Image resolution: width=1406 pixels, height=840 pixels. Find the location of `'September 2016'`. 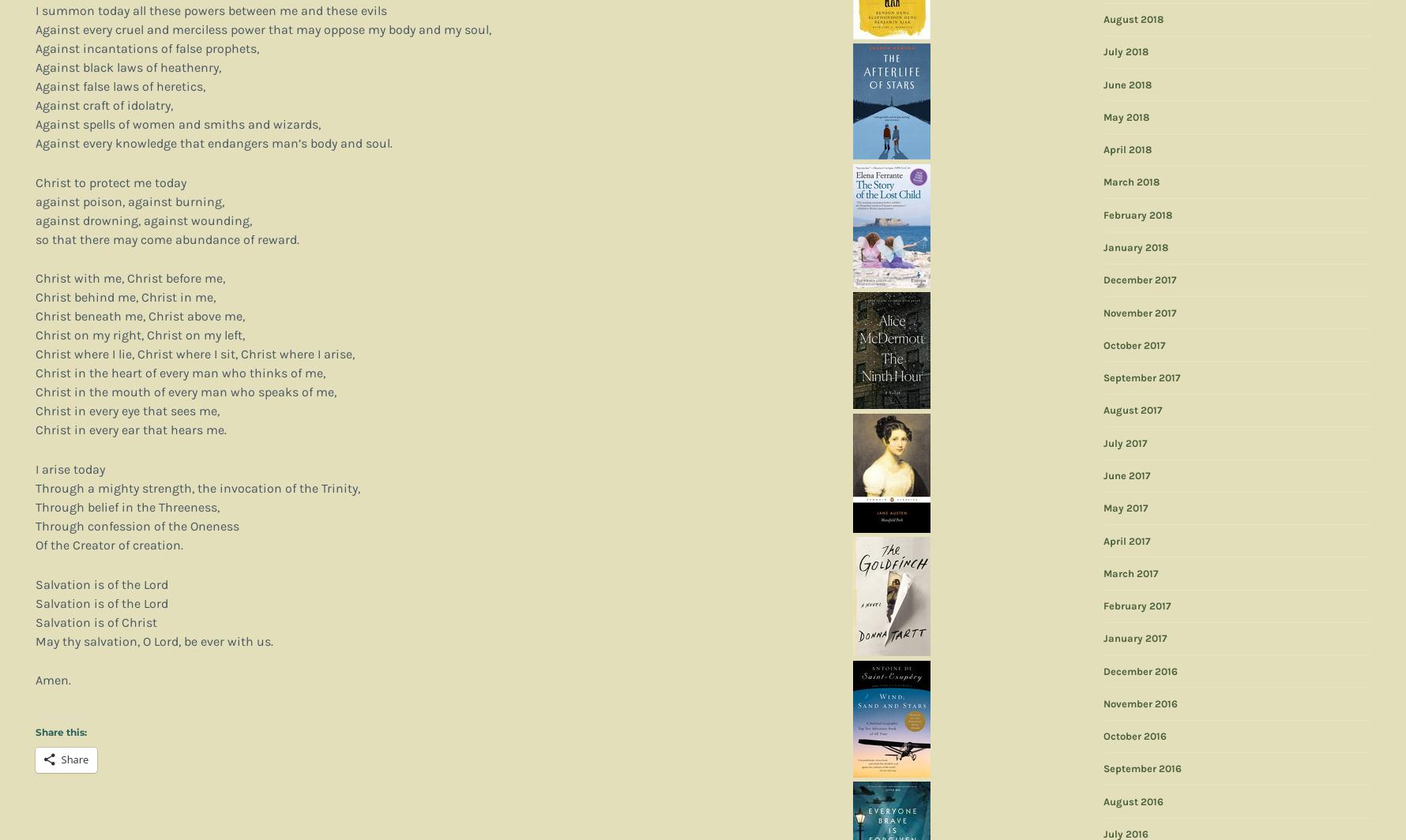

'September 2016' is located at coordinates (1141, 768).